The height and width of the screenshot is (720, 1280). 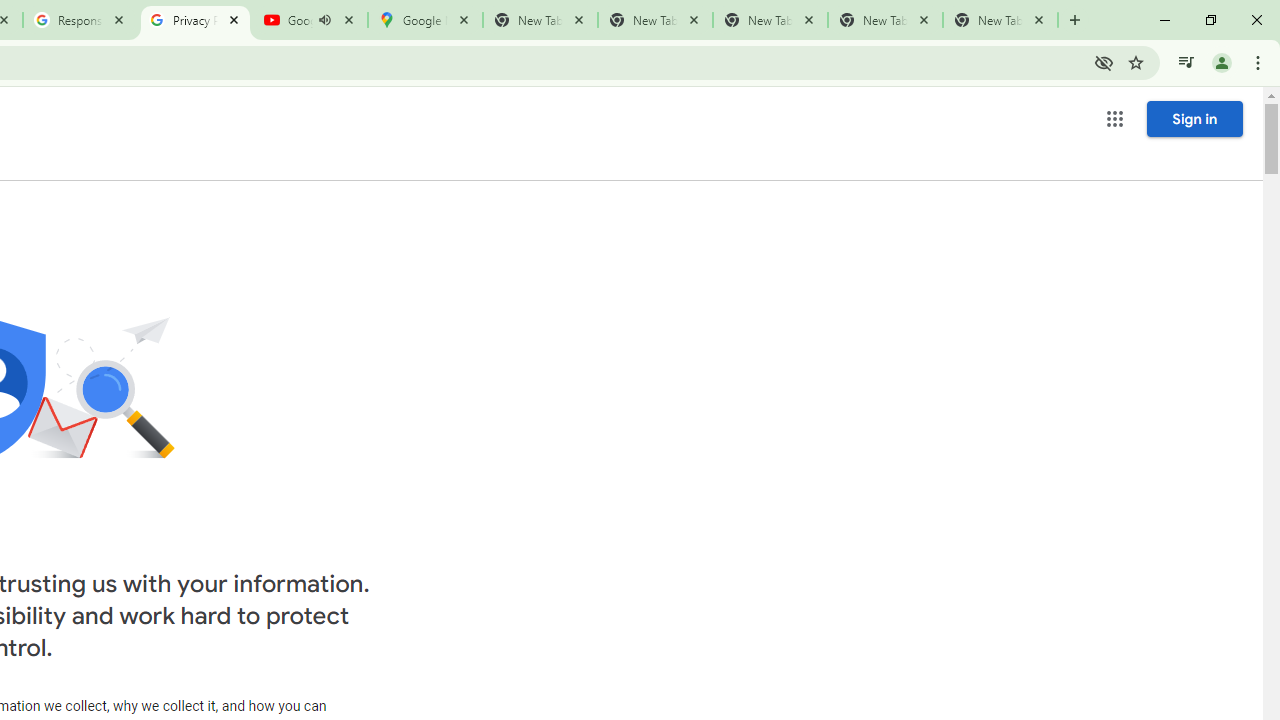 I want to click on 'Google Maps', so click(x=423, y=20).